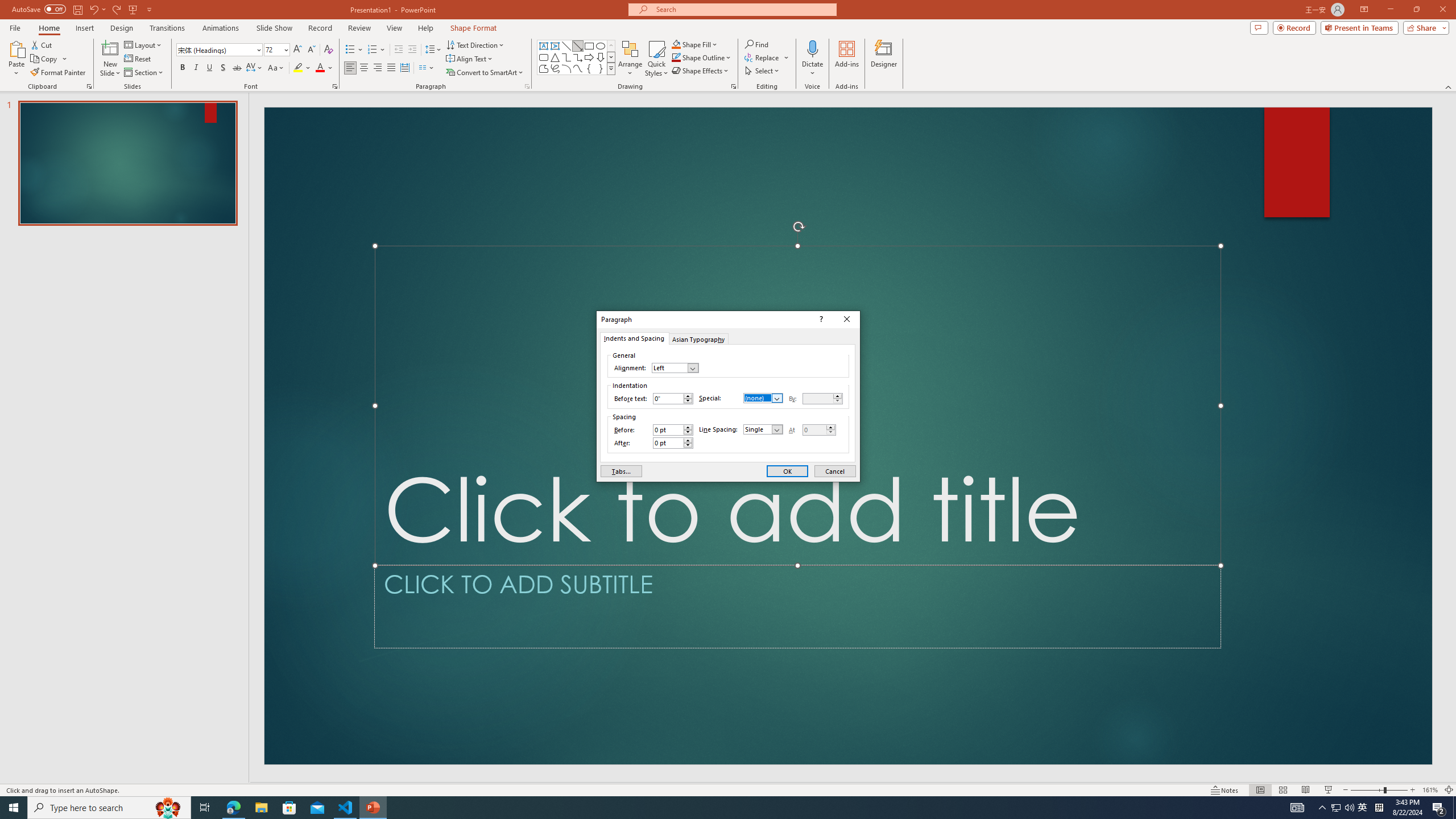  Describe the element at coordinates (1379, 806) in the screenshot. I see `'Tray Input Indicator - Chinese (Simplified, China)'` at that location.